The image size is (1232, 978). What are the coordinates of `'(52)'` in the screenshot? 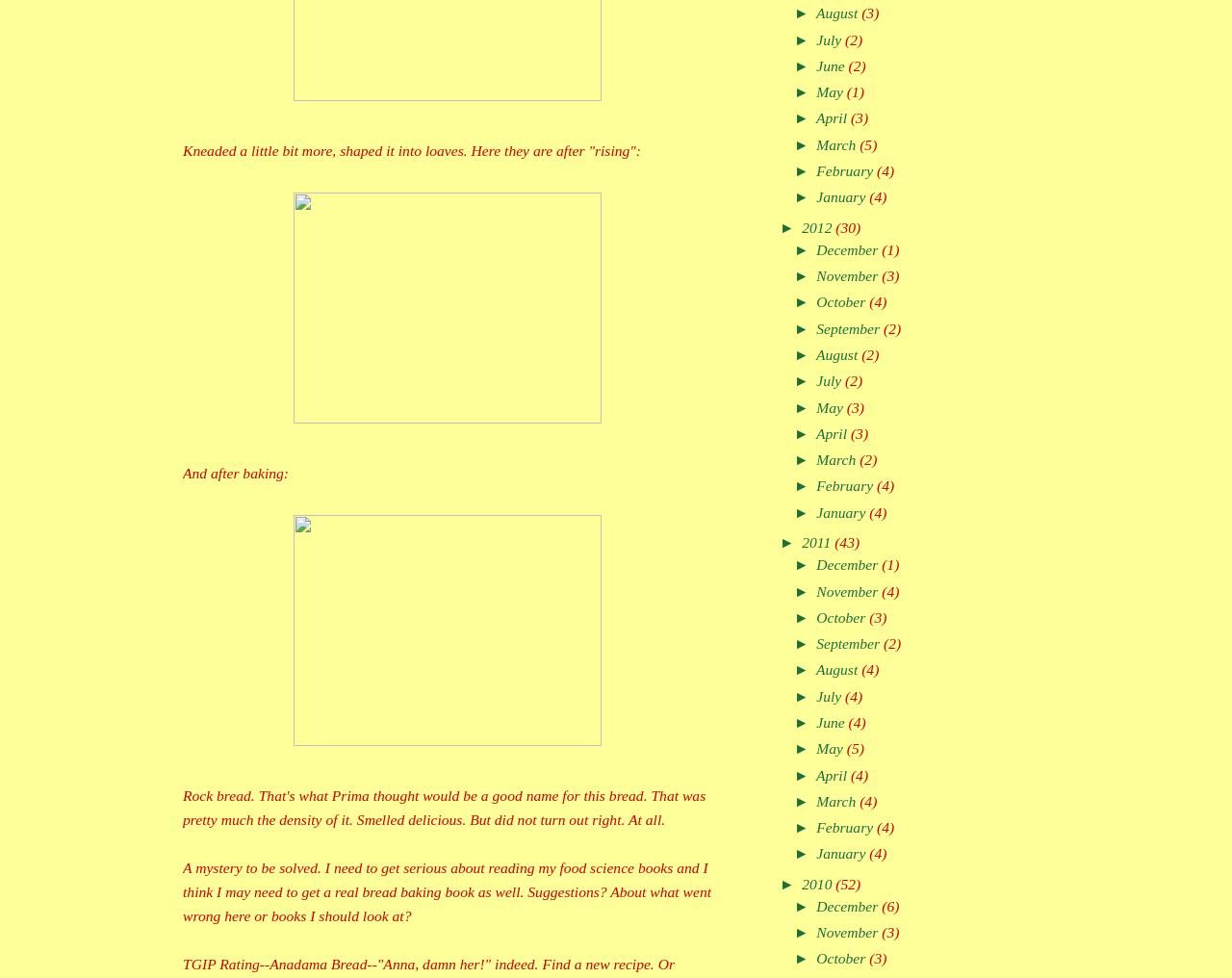 It's located at (847, 882).